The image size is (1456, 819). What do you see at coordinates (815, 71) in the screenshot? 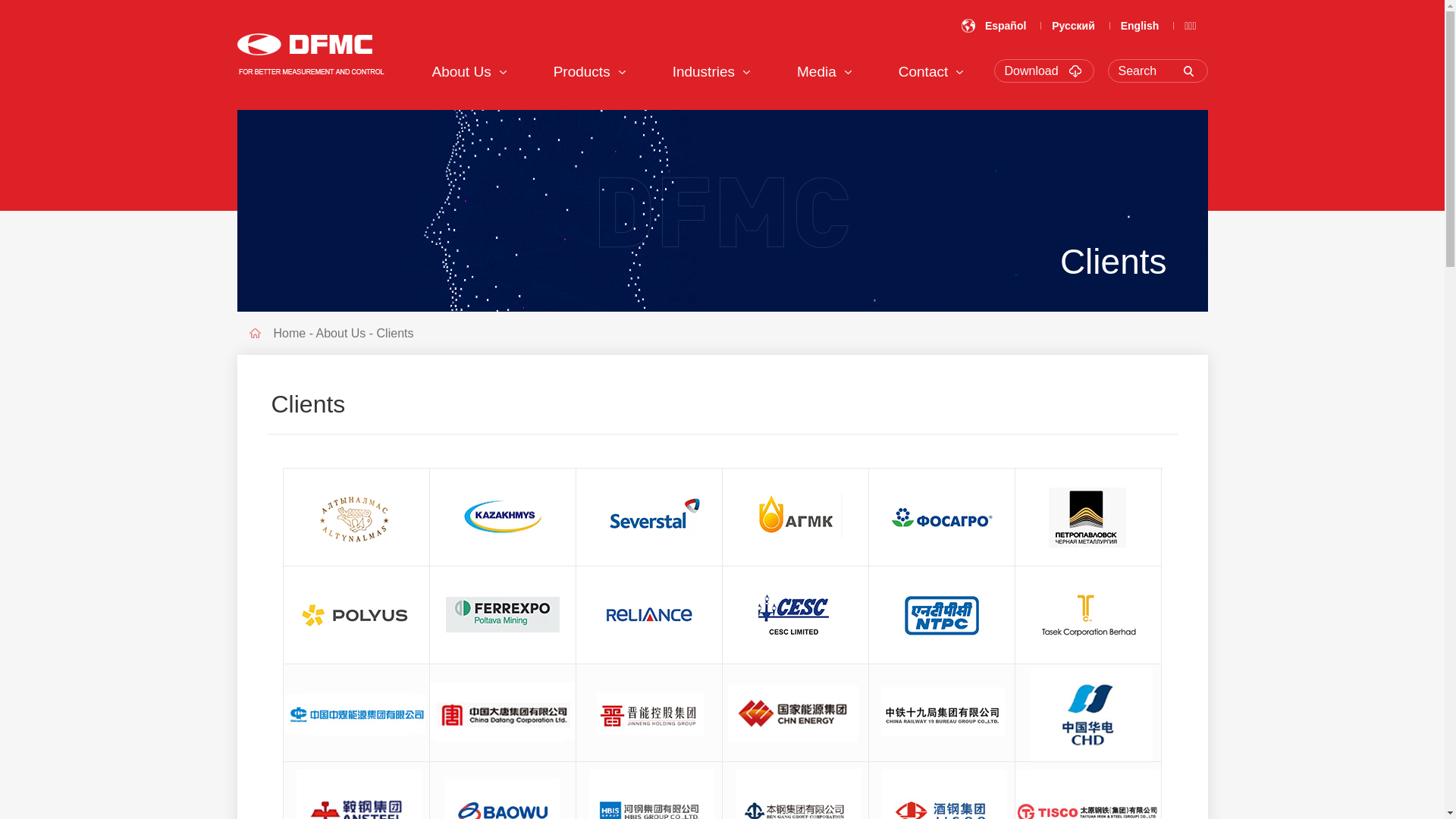
I see `'Media'` at bounding box center [815, 71].